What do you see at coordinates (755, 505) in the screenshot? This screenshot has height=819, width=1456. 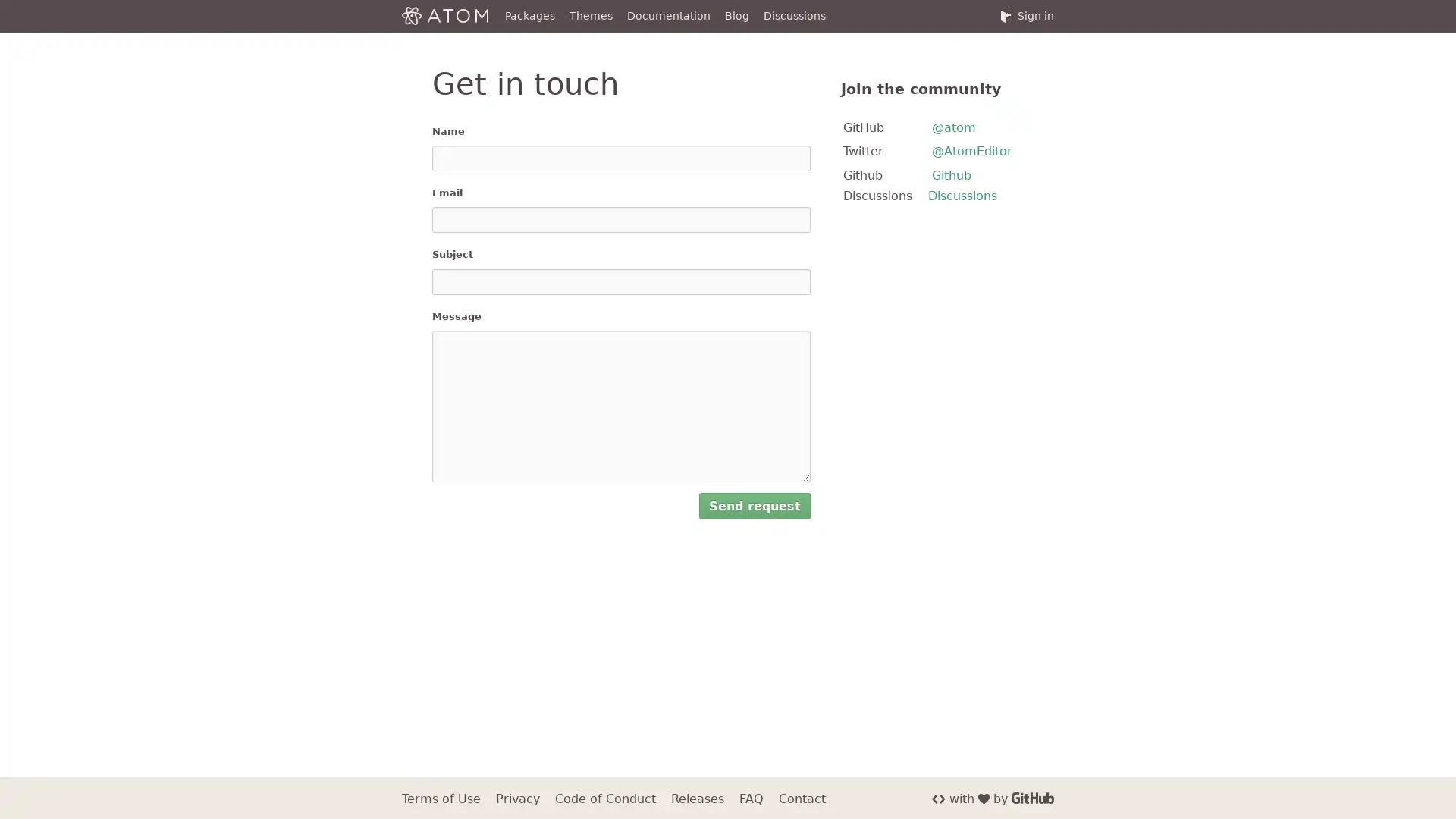 I see `Send request` at bounding box center [755, 505].